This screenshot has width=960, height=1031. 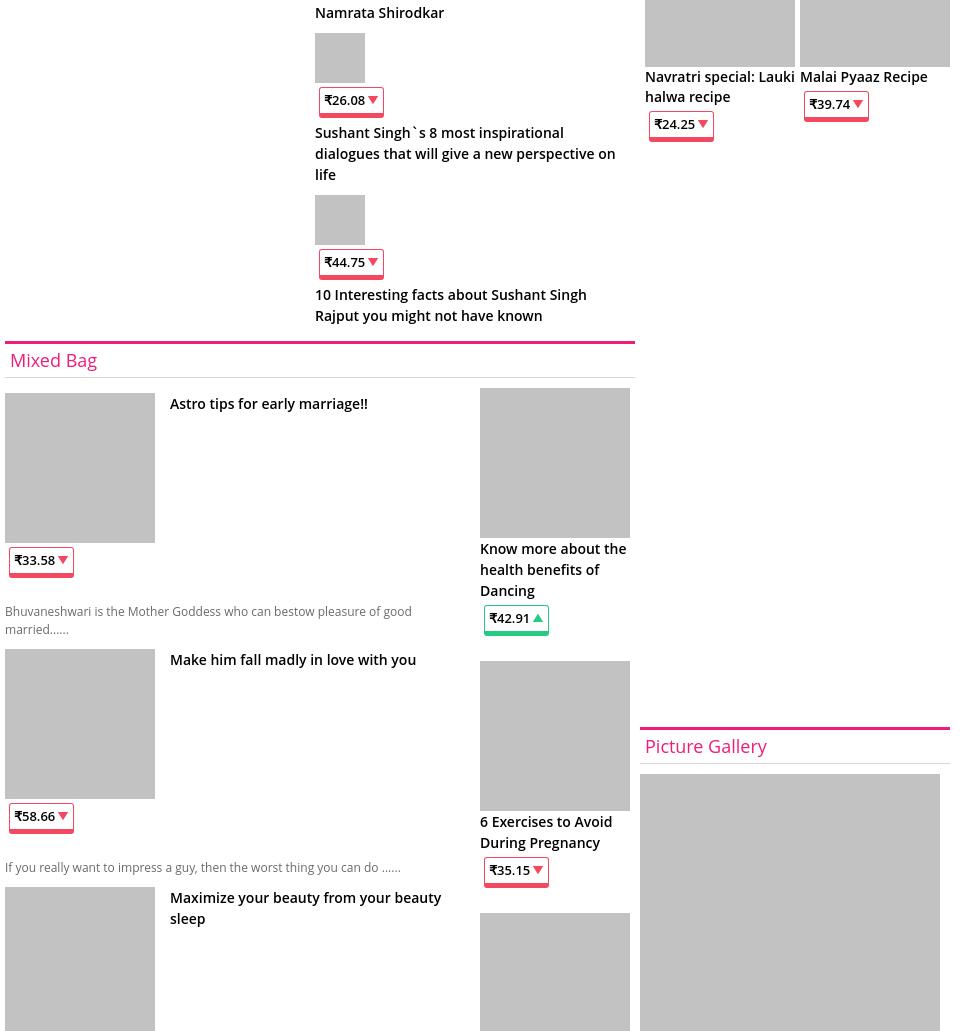 I want to click on 'Astro tips for early marriage!!', so click(x=267, y=401).